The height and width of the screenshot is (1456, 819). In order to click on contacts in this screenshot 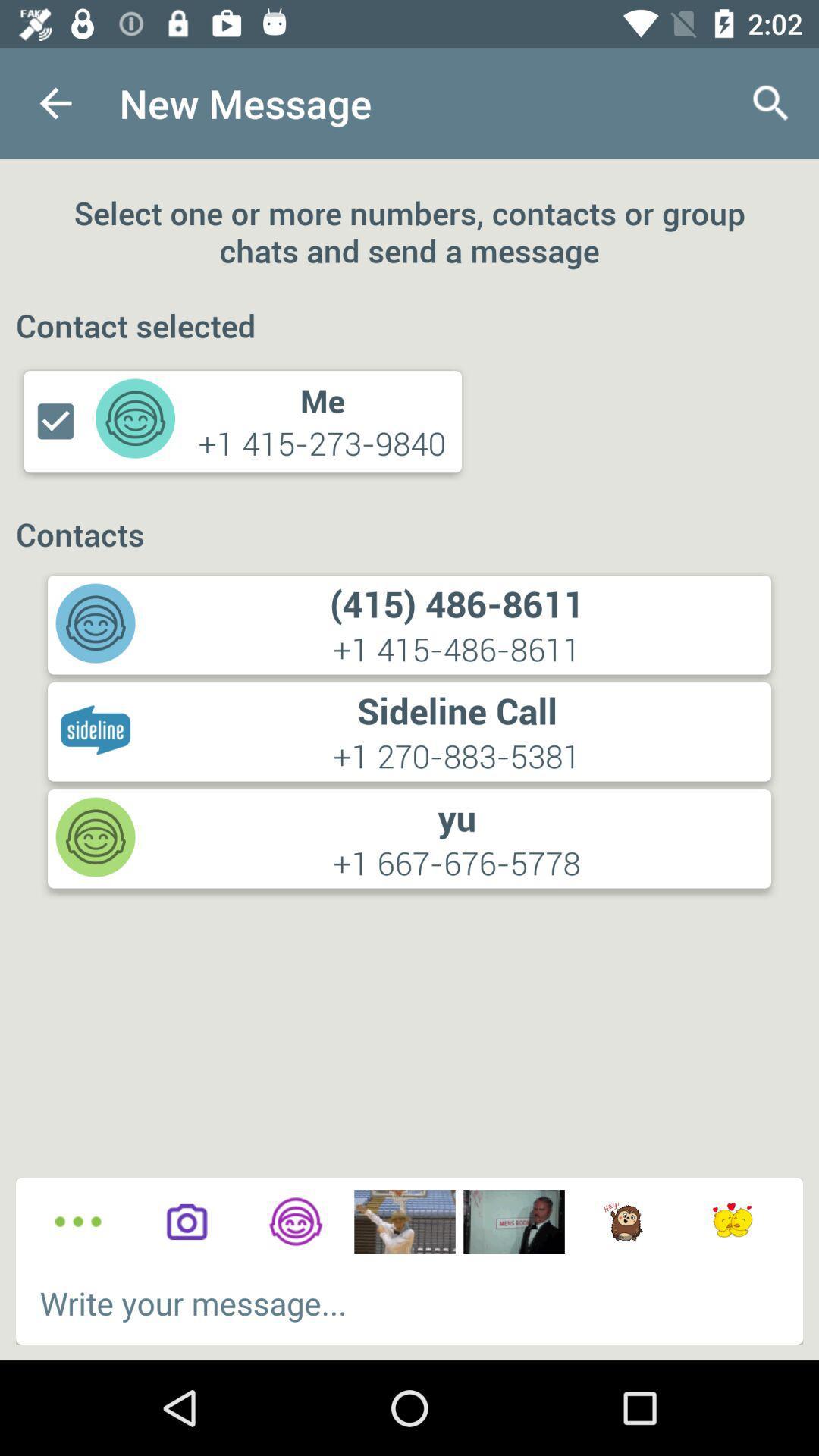, I will do `click(295, 1222)`.